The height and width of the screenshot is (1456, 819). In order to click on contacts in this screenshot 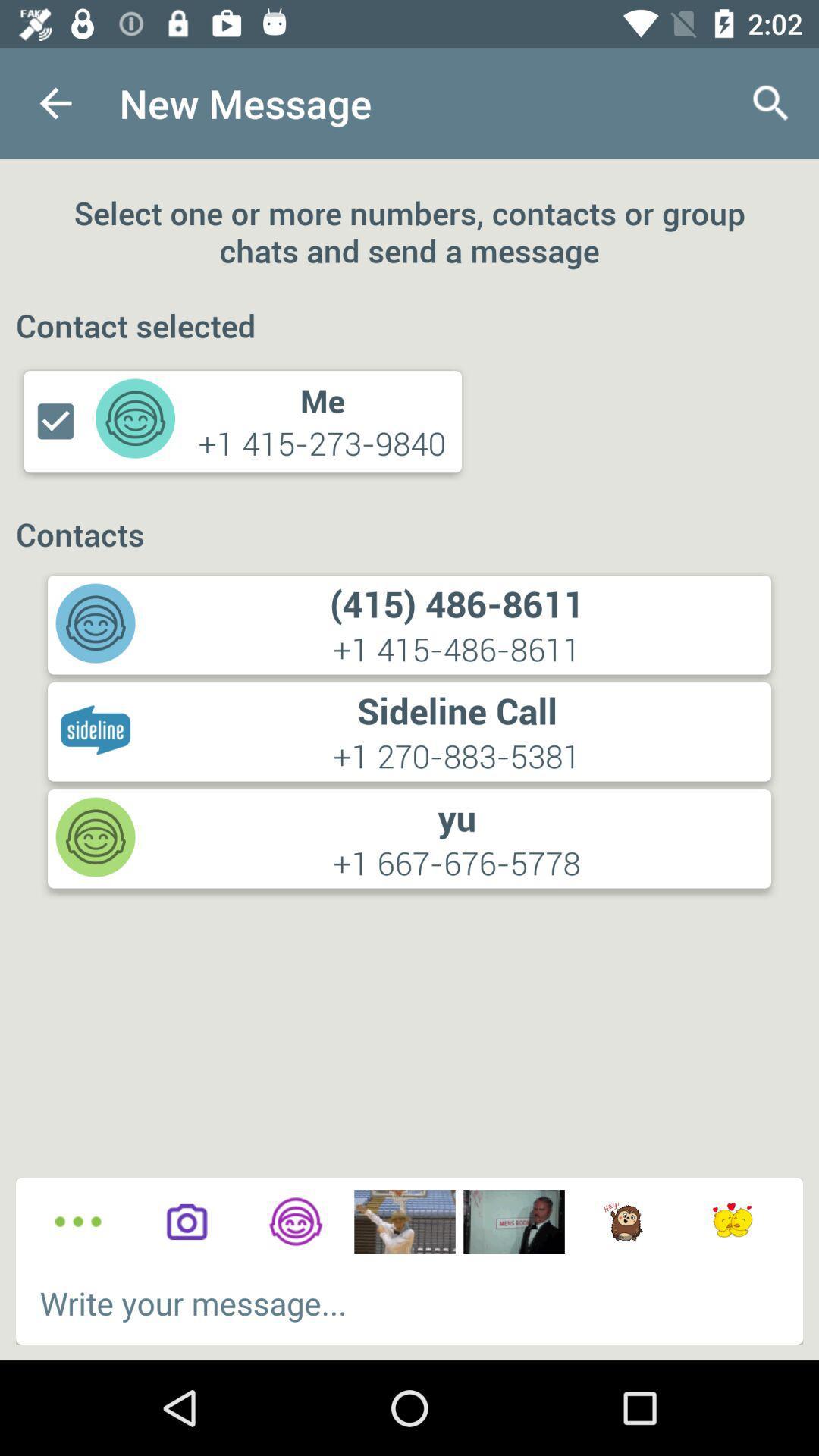, I will do `click(295, 1222)`.